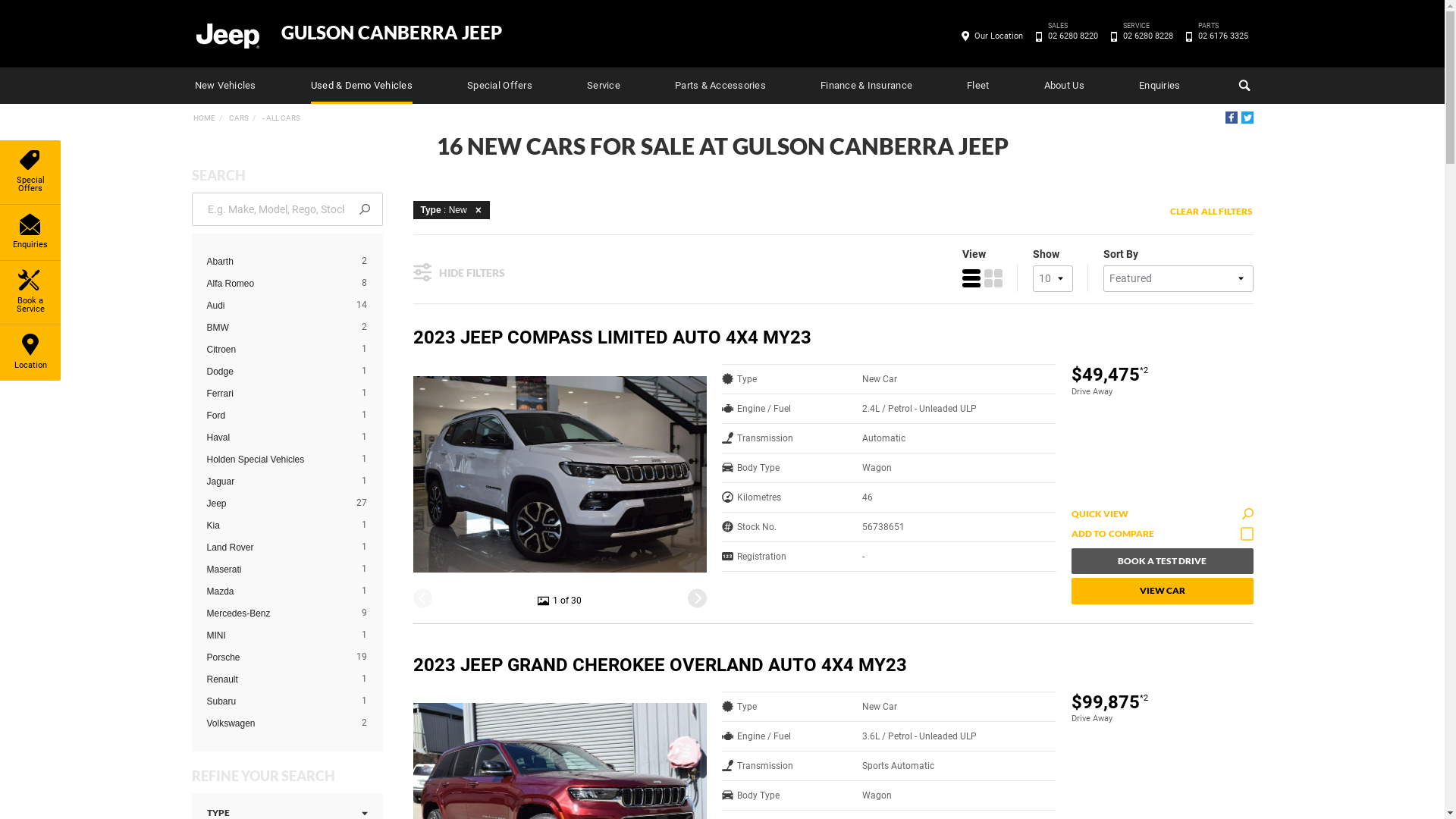  What do you see at coordinates (866, 85) in the screenshot?
I see `'Finance & Insurance'` at bounding box center [866, 85].